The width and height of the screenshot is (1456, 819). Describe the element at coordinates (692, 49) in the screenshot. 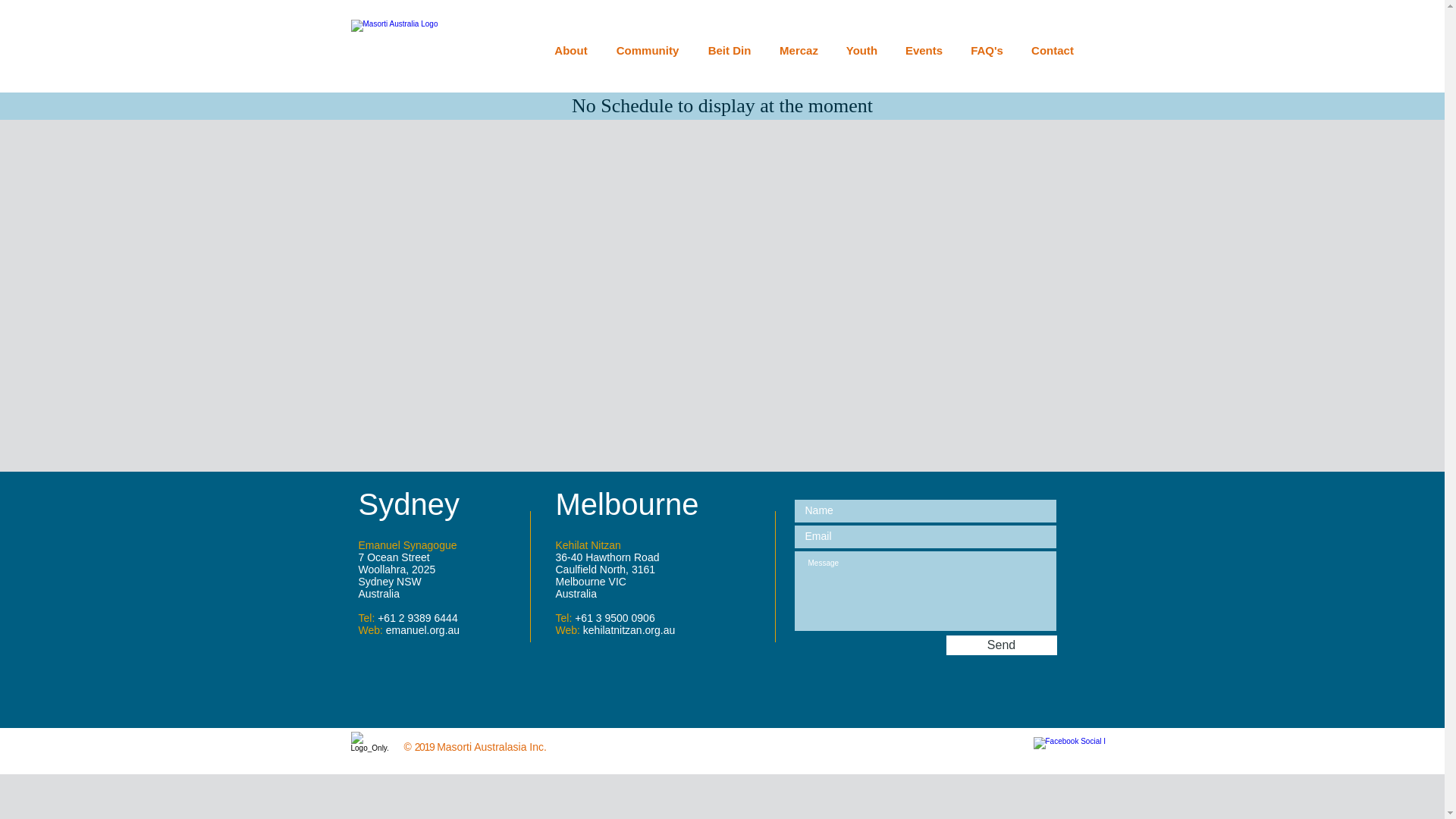

I see `'Beit Din'` at that location.